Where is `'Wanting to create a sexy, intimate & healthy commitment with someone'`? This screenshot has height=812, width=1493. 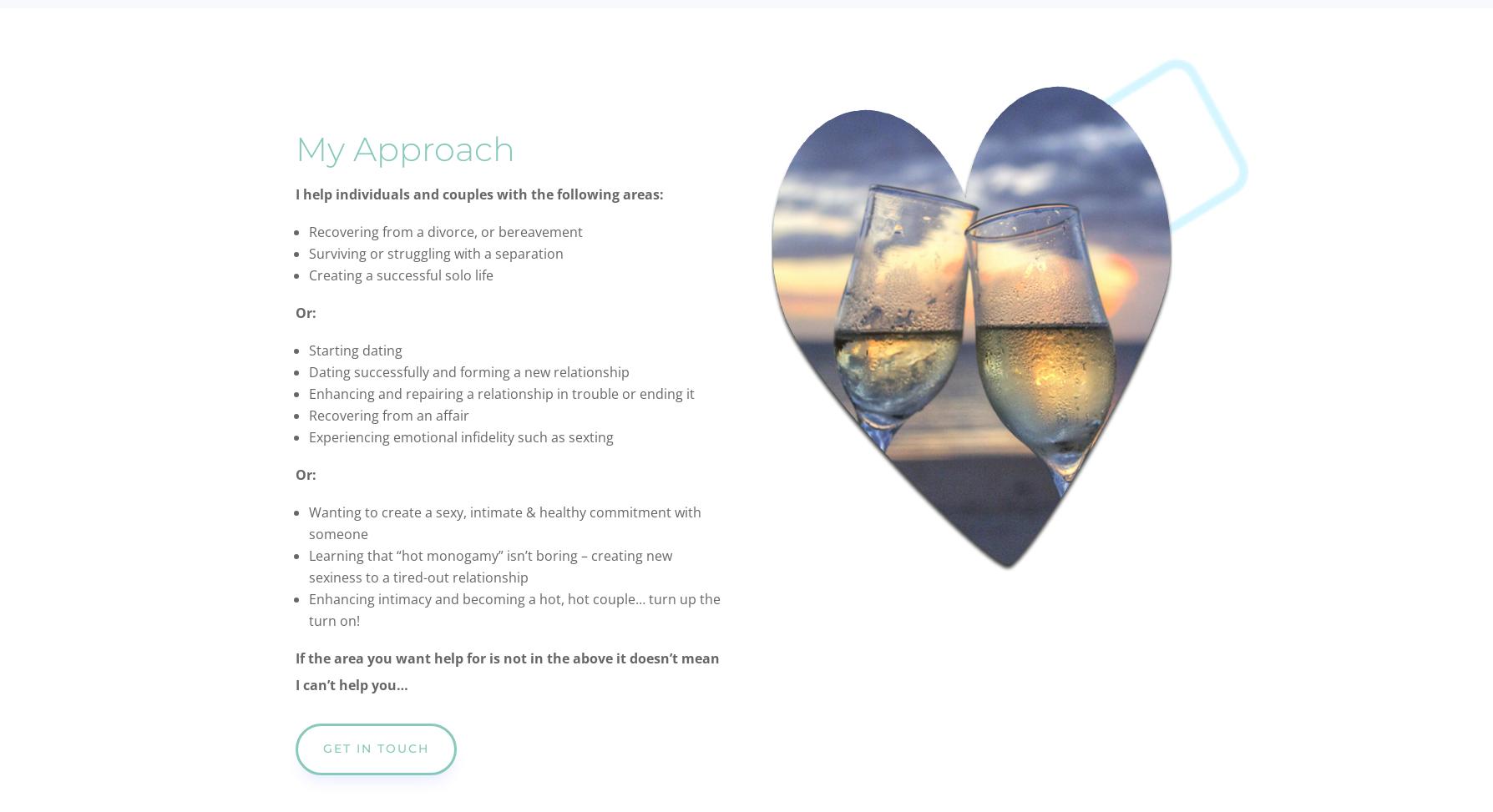 'Wanting to create a sexy, intimate & healthy commitment with someone' is located at coordinates (307, 522).